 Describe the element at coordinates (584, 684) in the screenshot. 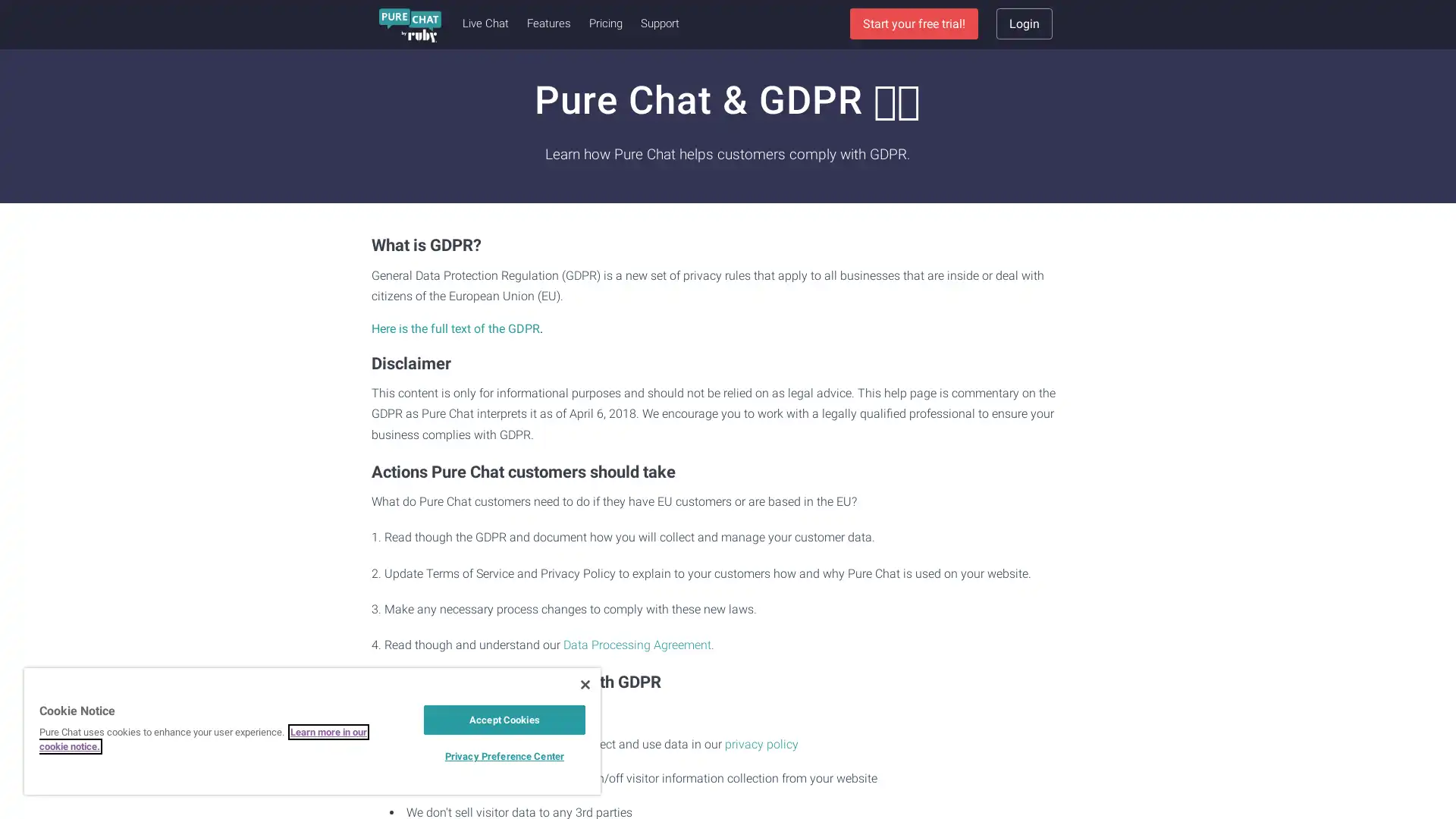

I see `Close` at that location.